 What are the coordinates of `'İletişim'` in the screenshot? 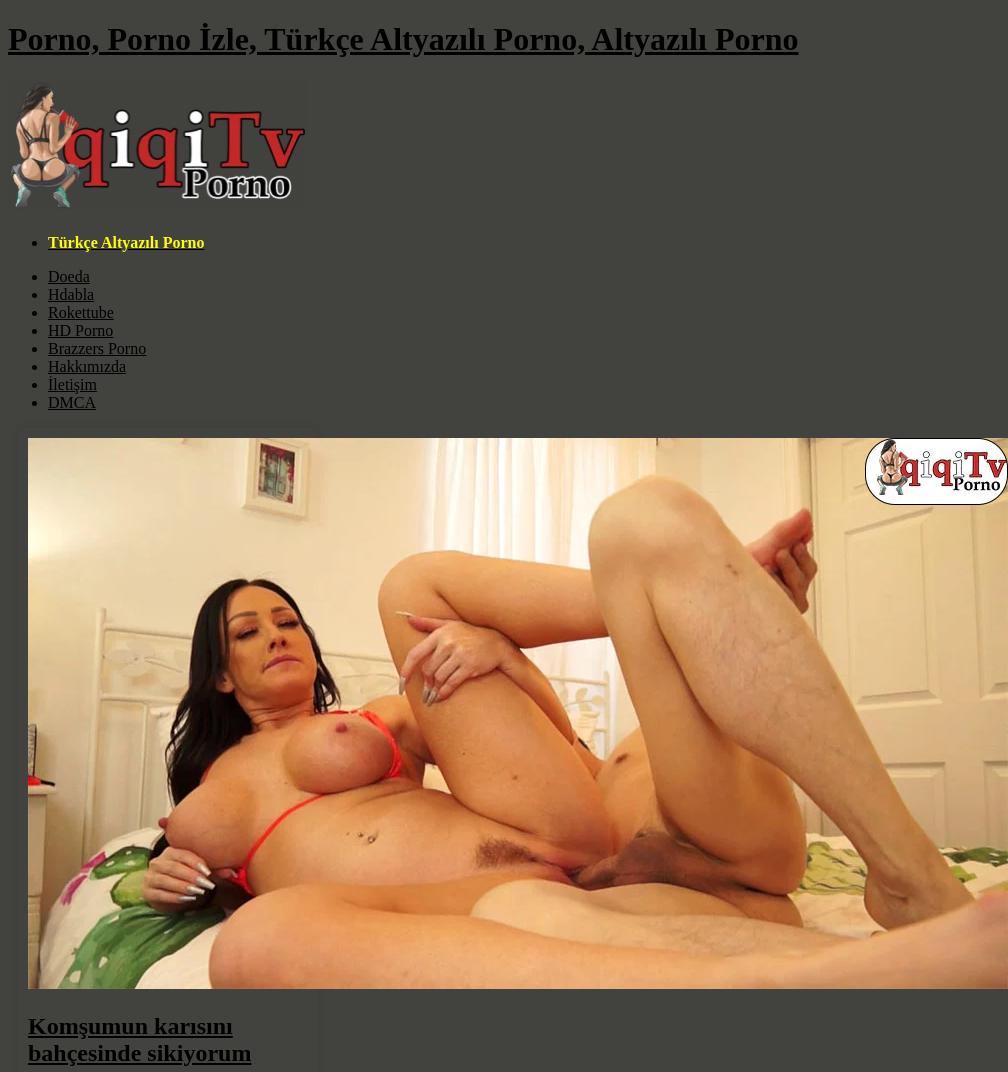 It's located at (71, 383).